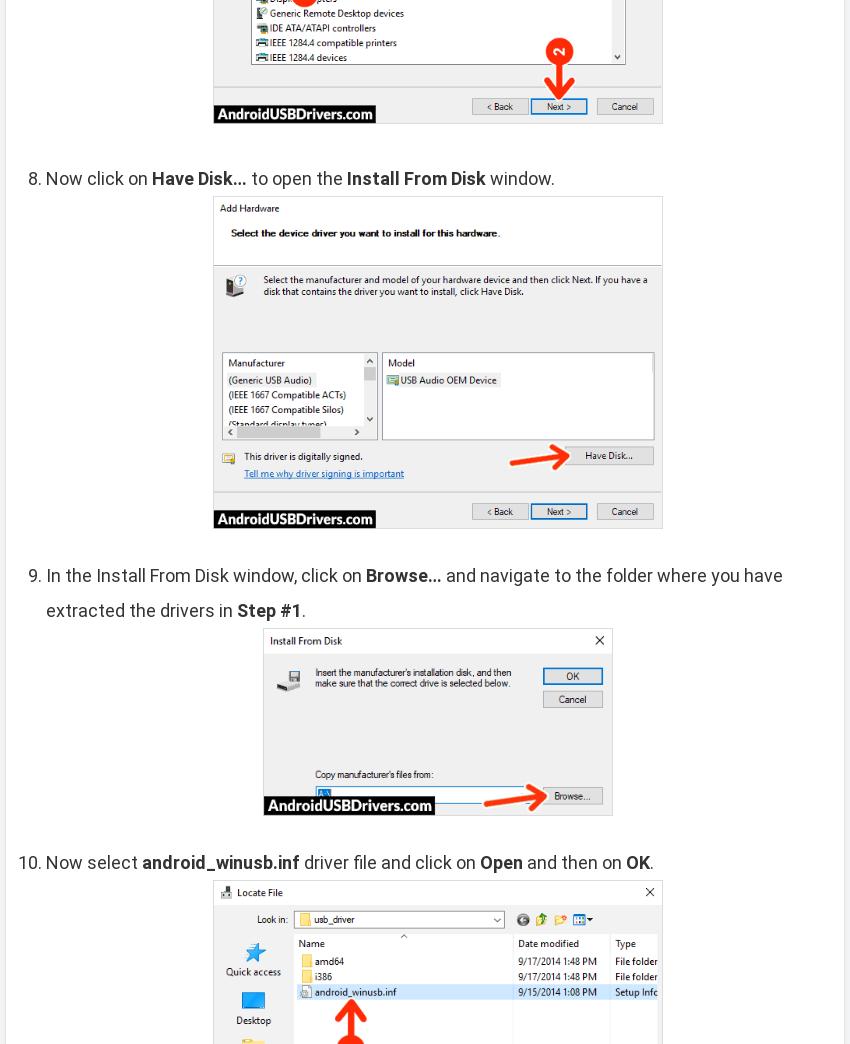 This screenshot has height=1044, width=850. Describe the element at coordinates (93, 861) in the screenshot. I see `'Now select'` at that location.